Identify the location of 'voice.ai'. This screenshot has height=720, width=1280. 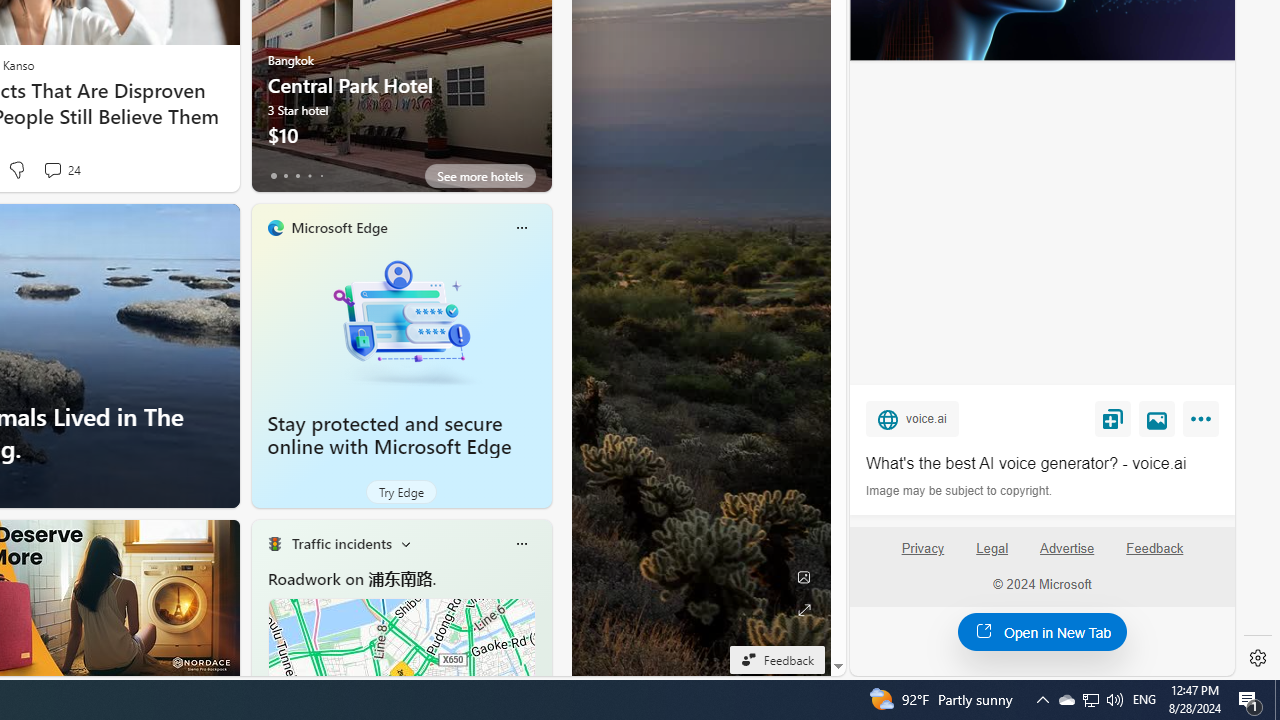
(911, 418).